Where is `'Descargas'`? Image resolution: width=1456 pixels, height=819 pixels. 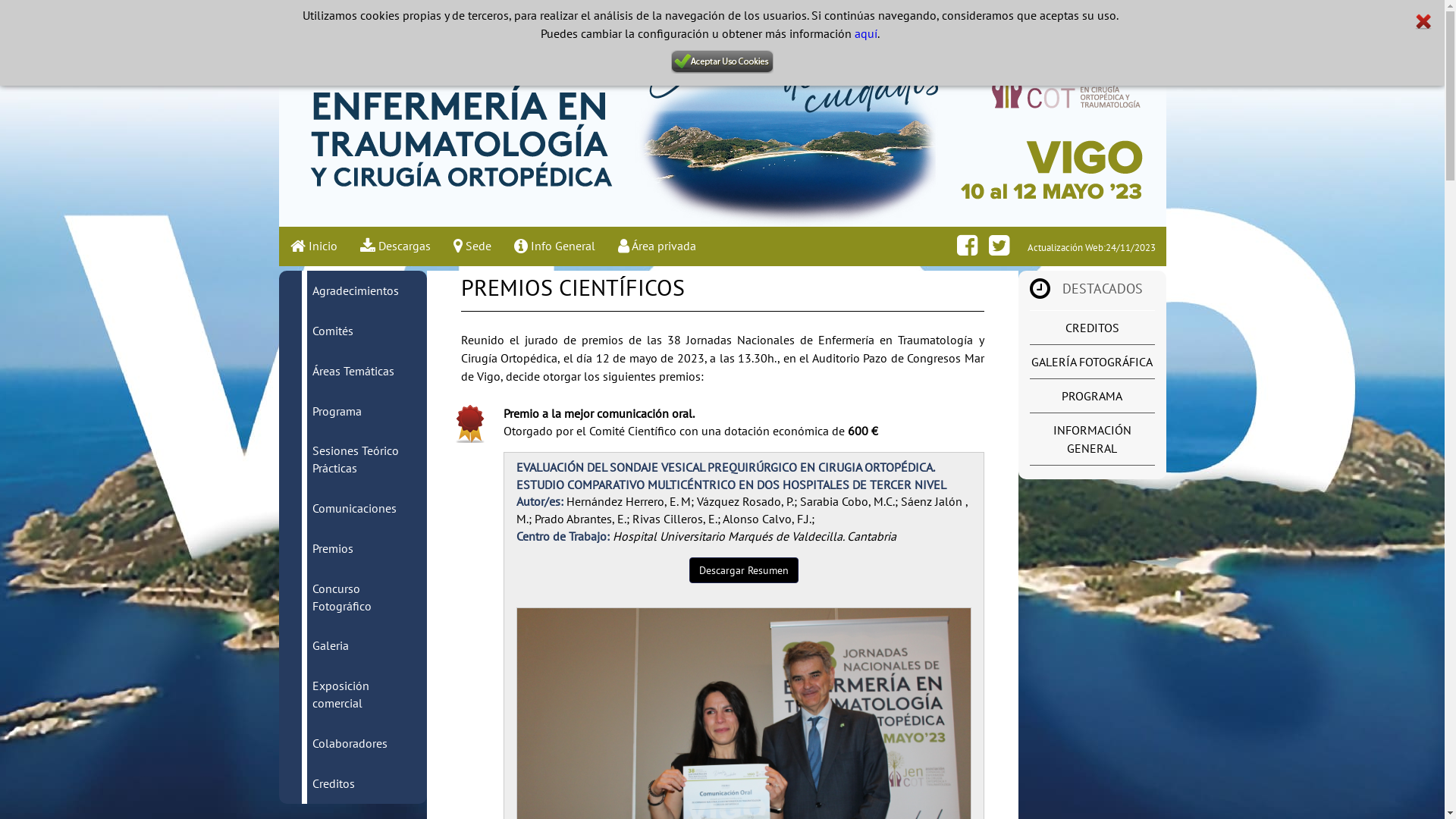
'Descargas' is located at coordinates (395, 245).